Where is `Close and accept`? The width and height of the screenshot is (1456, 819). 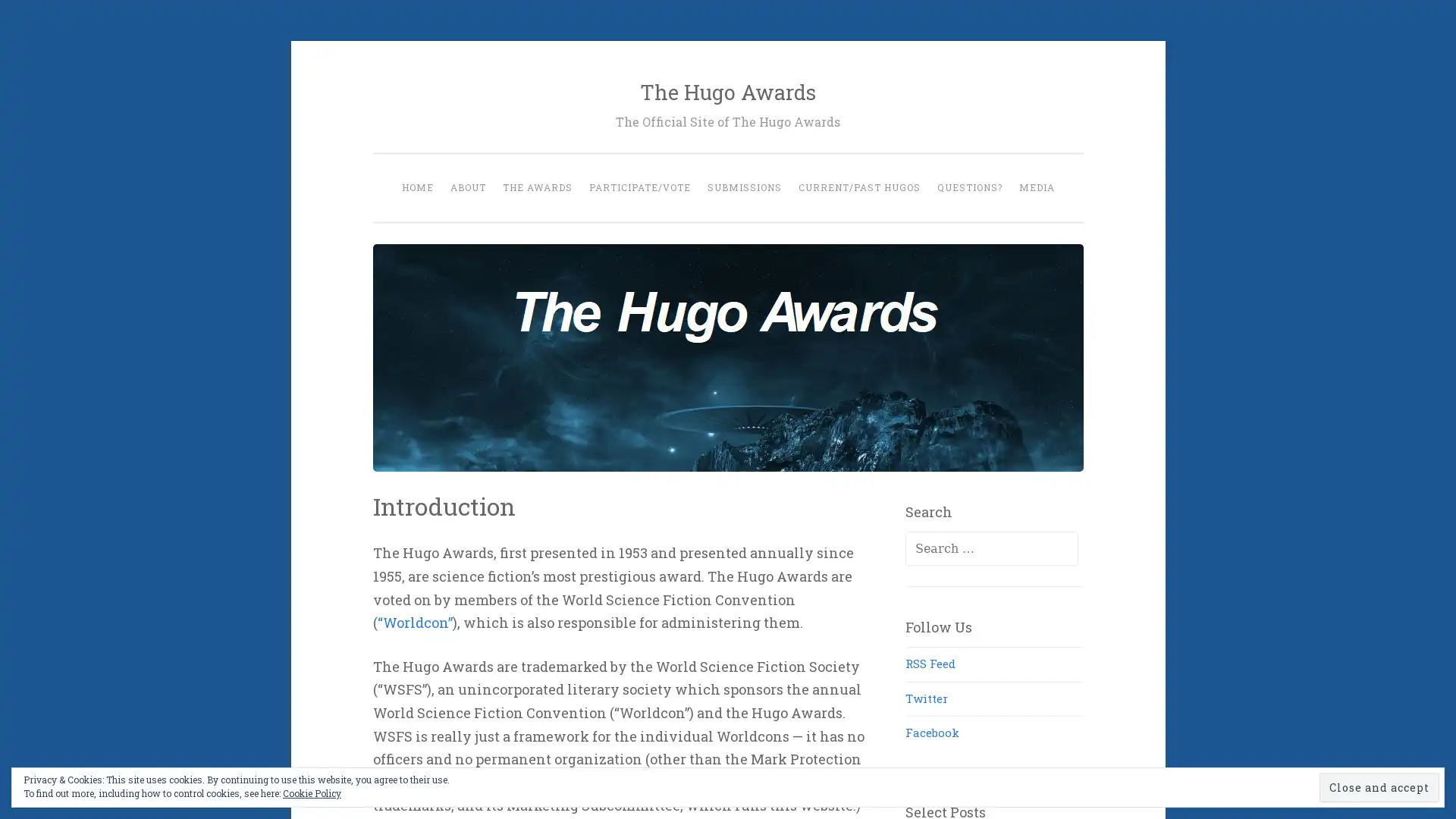
Close and accept is located at coordinates (1379, 786).